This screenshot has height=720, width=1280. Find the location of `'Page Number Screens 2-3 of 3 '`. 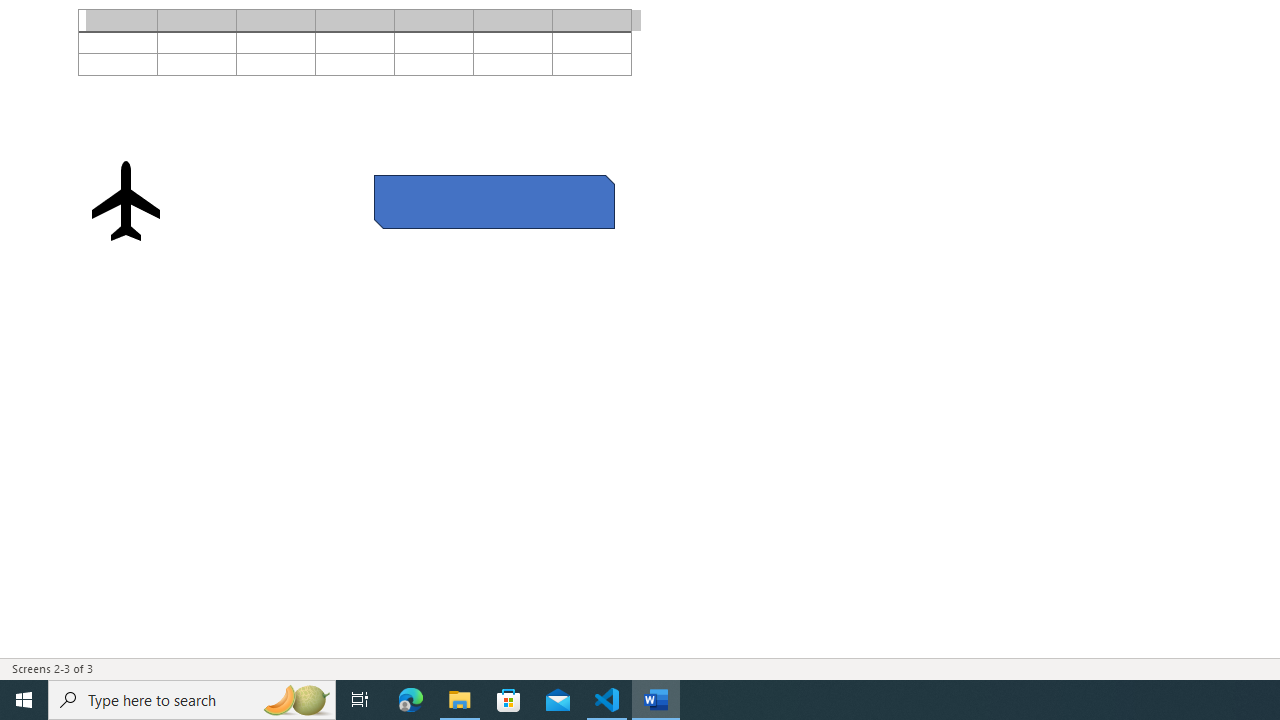

'Page Number Screens 2-3 of 3 ' is located at coordinates (52, 669).